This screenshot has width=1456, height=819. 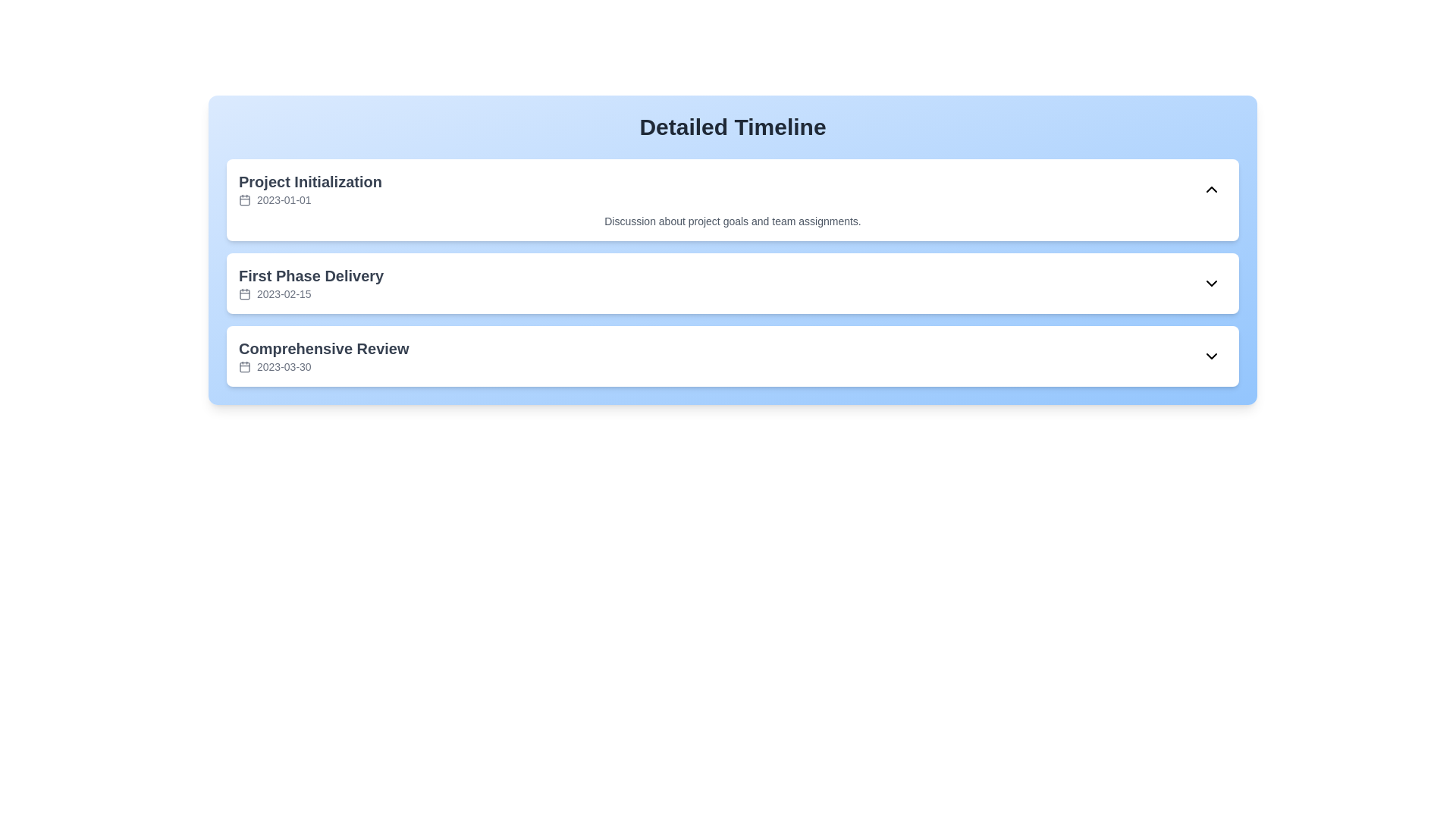 I want to click on the collapse icon located on the right-hand side of the 'Project Initialization' section to hide the expanded details, so click(x=1211, y=189).